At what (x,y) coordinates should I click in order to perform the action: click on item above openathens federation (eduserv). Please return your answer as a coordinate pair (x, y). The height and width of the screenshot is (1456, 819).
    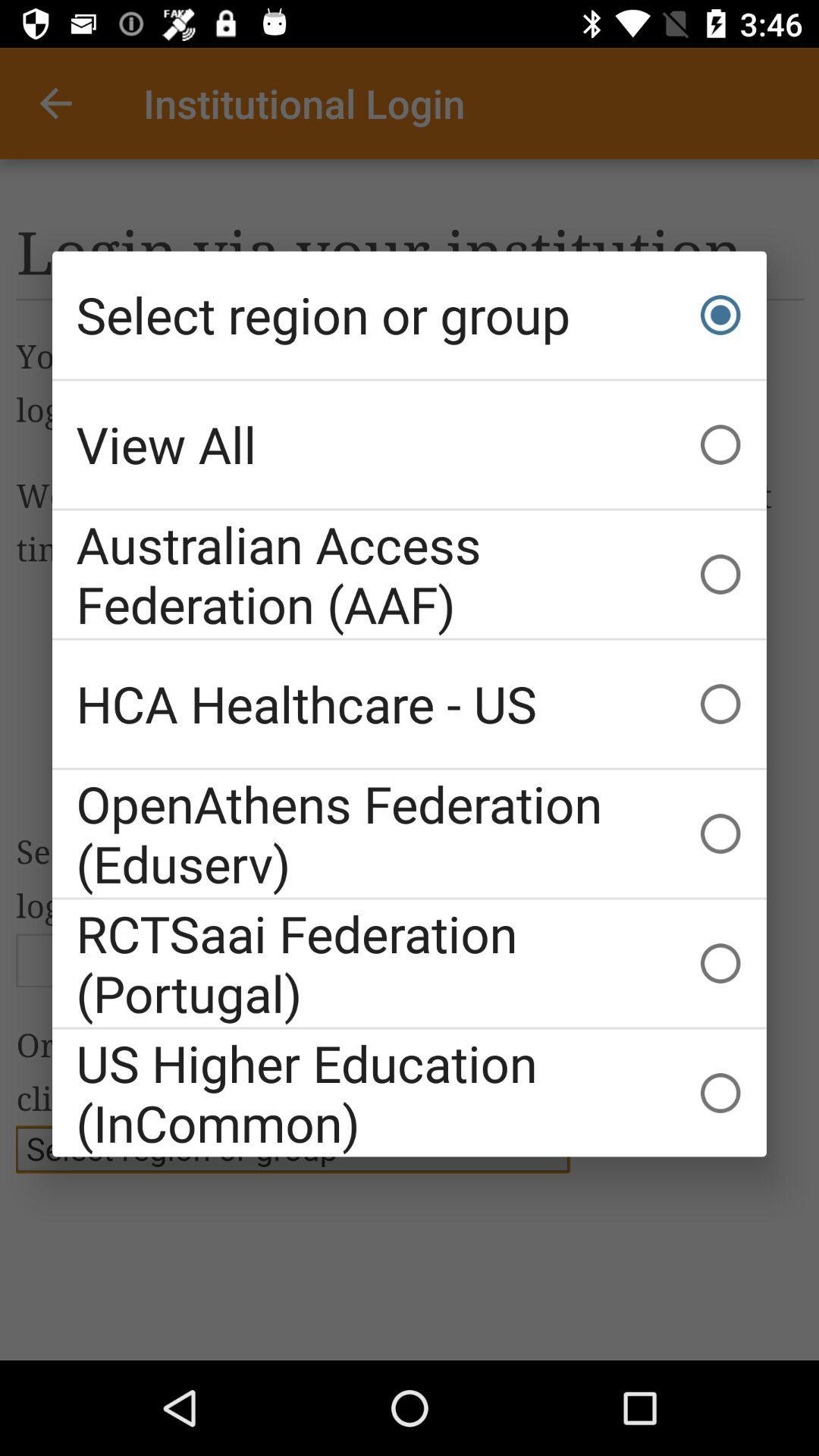
    Looking at the image, I should click on (409, 703).